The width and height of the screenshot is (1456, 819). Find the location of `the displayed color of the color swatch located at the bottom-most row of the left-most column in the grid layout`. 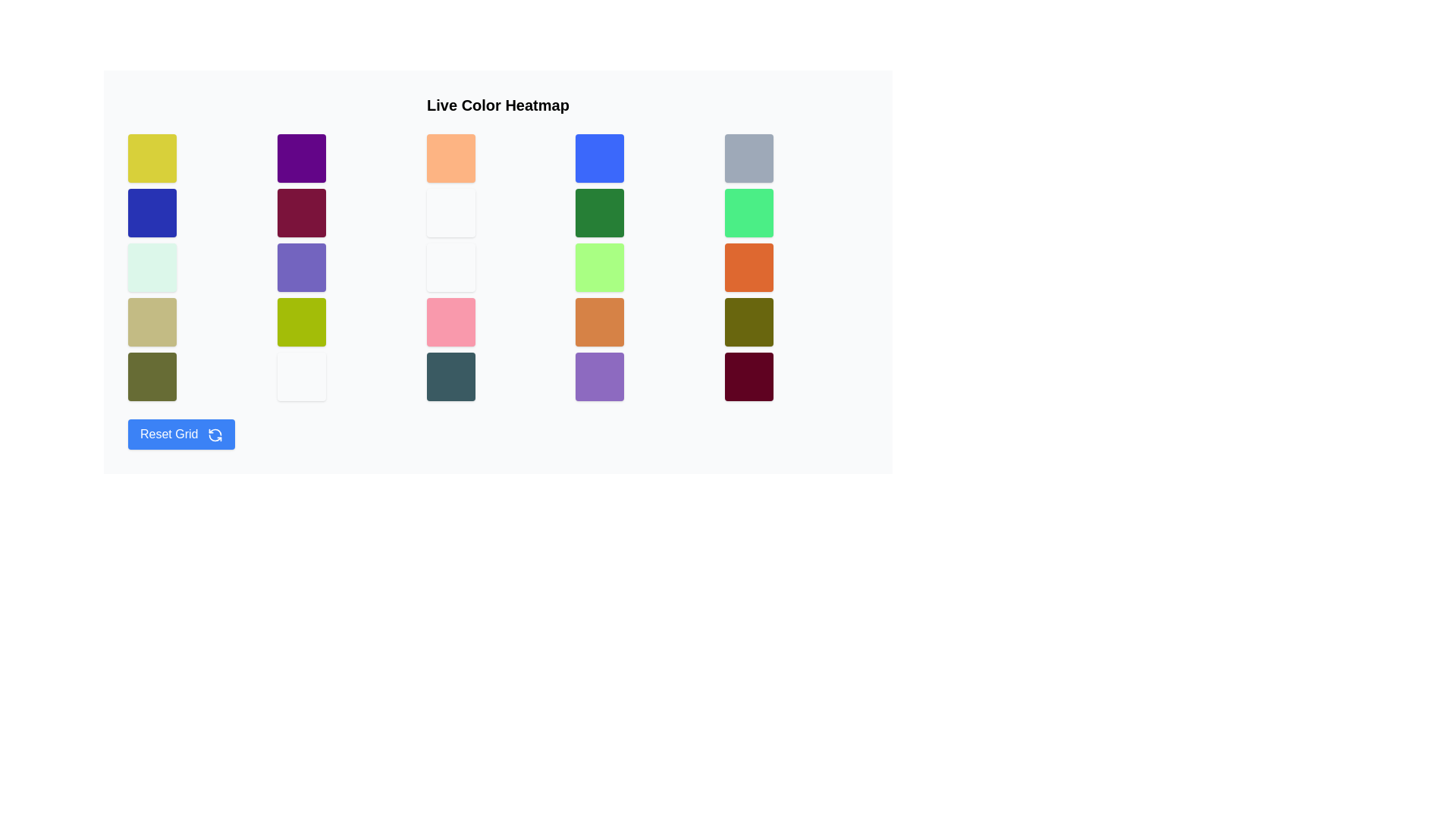

the displayed color of the color swatch located at the bottom-most row of the left-most column in the grid layout is located at coordinates (152, 376).